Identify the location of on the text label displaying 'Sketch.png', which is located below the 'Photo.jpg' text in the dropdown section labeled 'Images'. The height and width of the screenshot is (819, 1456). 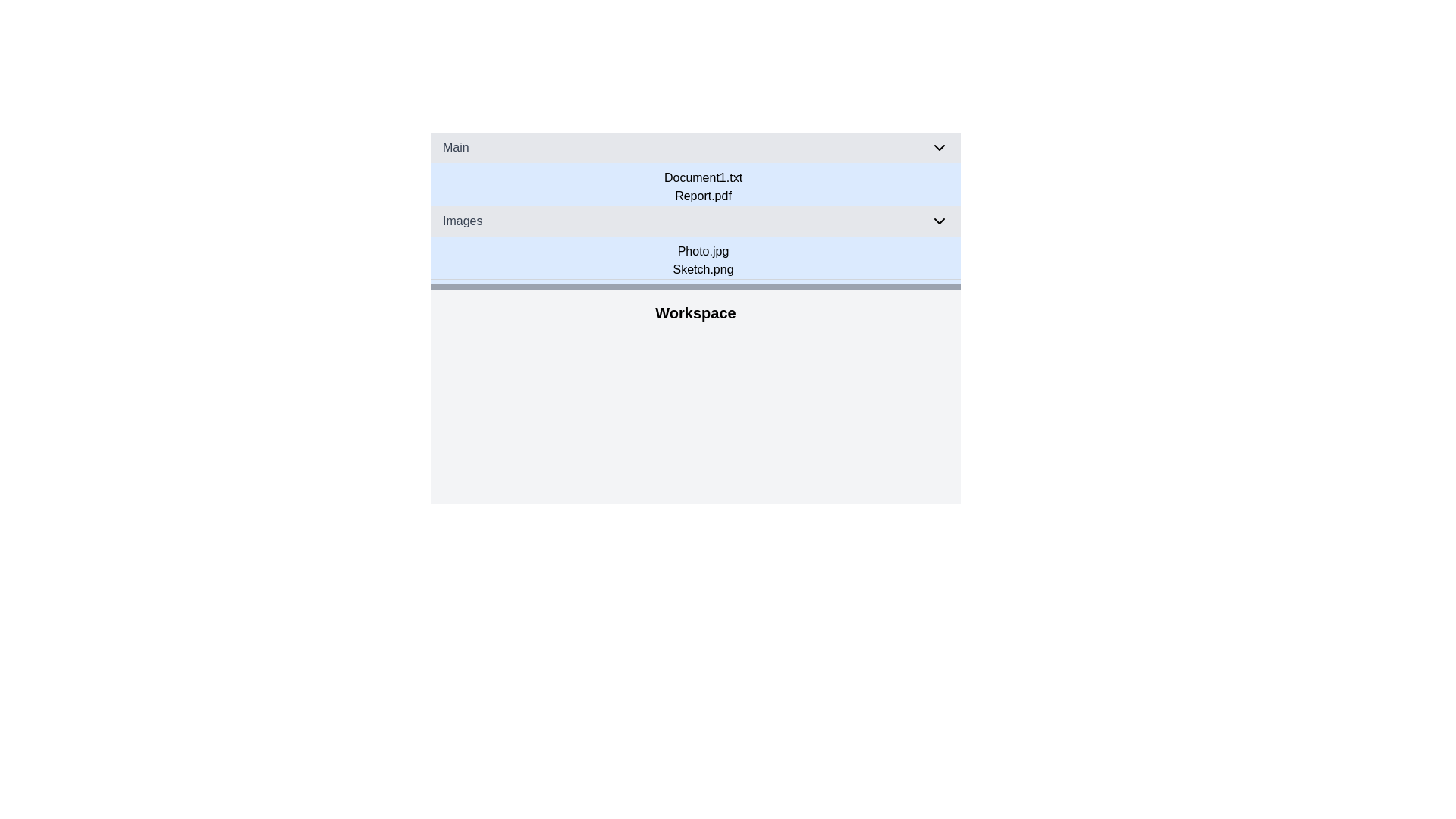
(702, 268).